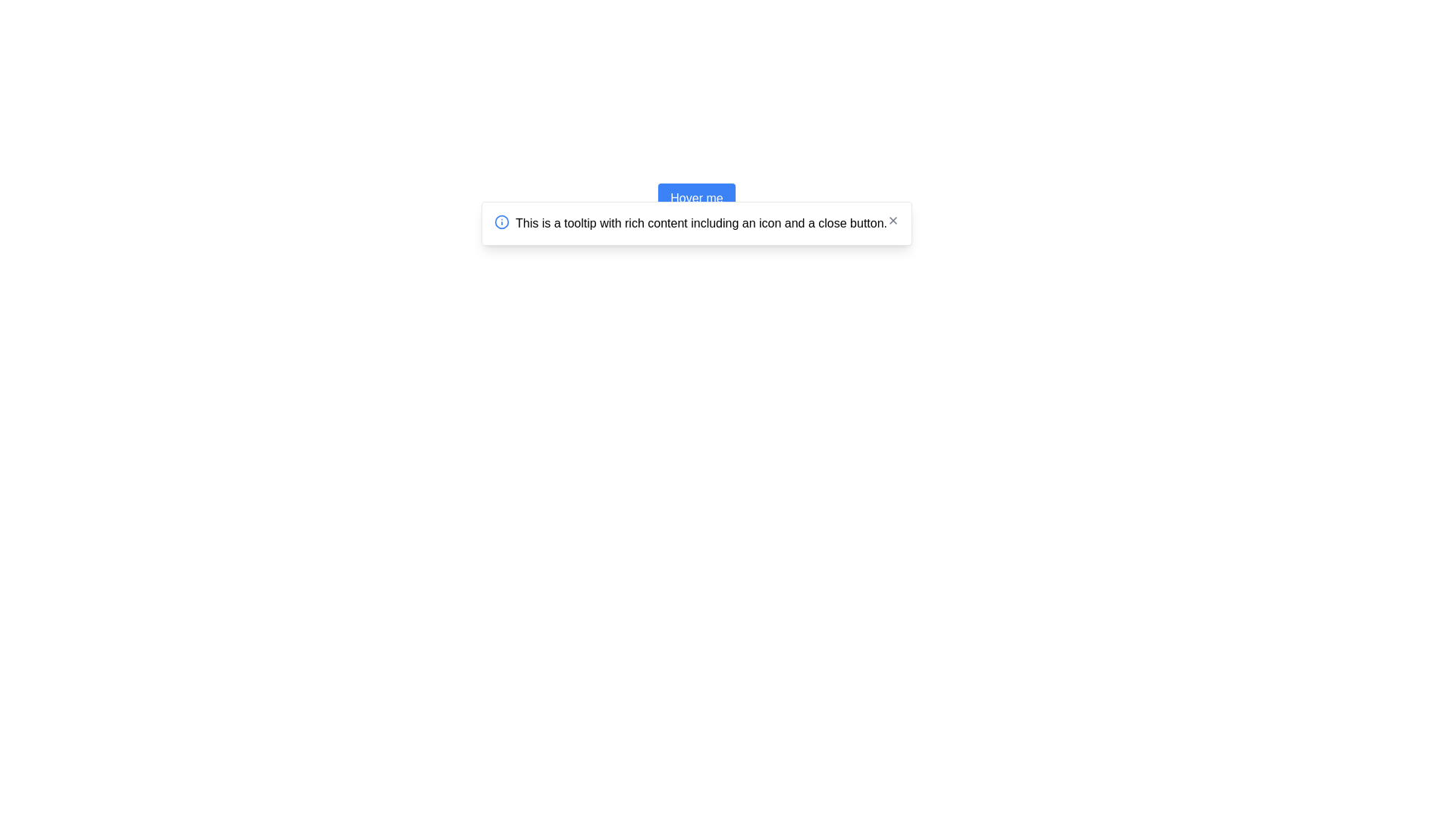 The image size is (1456, 819). Describe the element at coordinates (893, 220) in the screenshot. I see `the close (X) button located at the top-right corner of the tooltip to activate its hover effects` at that location.